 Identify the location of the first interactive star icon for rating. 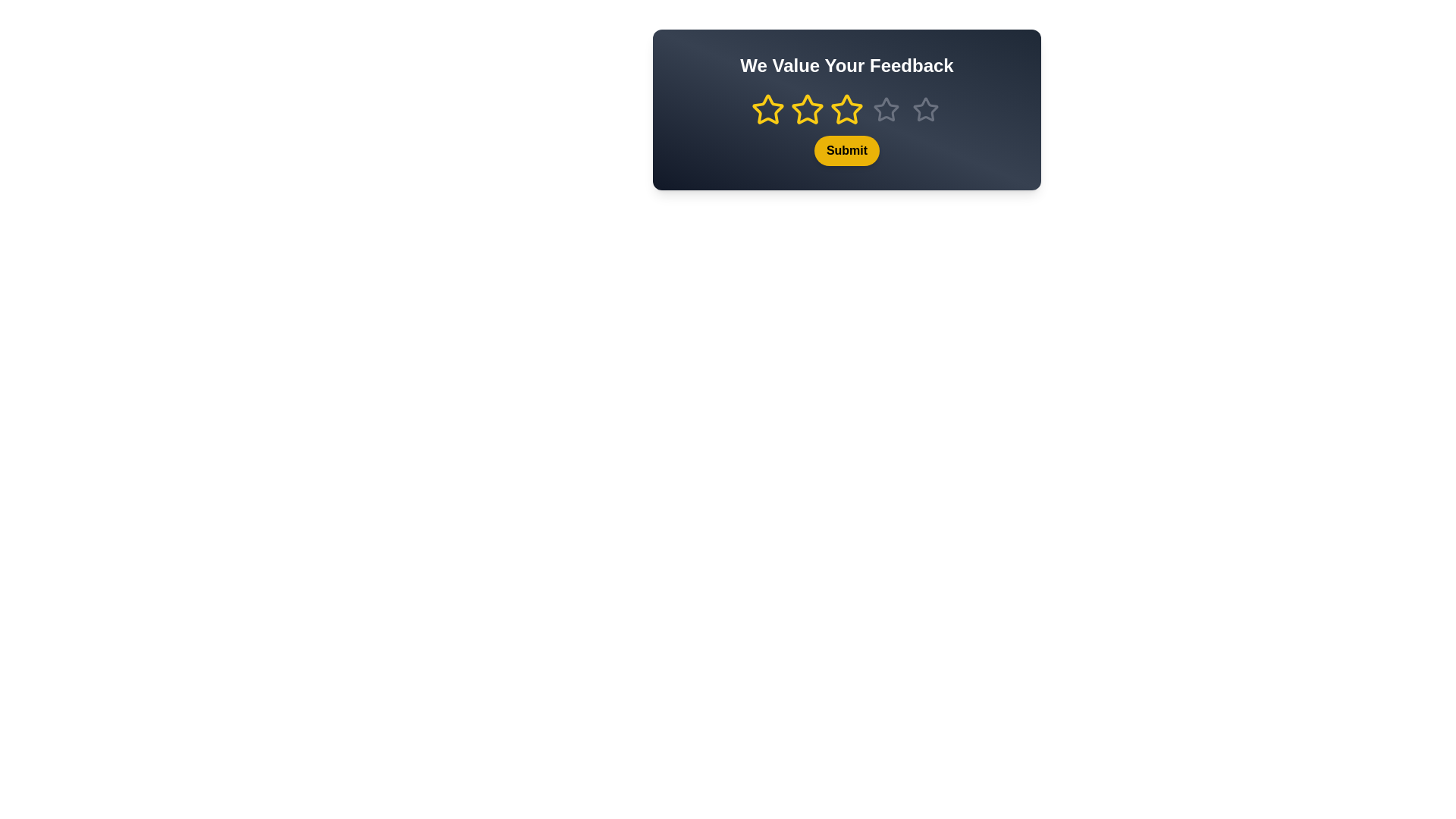
(767, 109).